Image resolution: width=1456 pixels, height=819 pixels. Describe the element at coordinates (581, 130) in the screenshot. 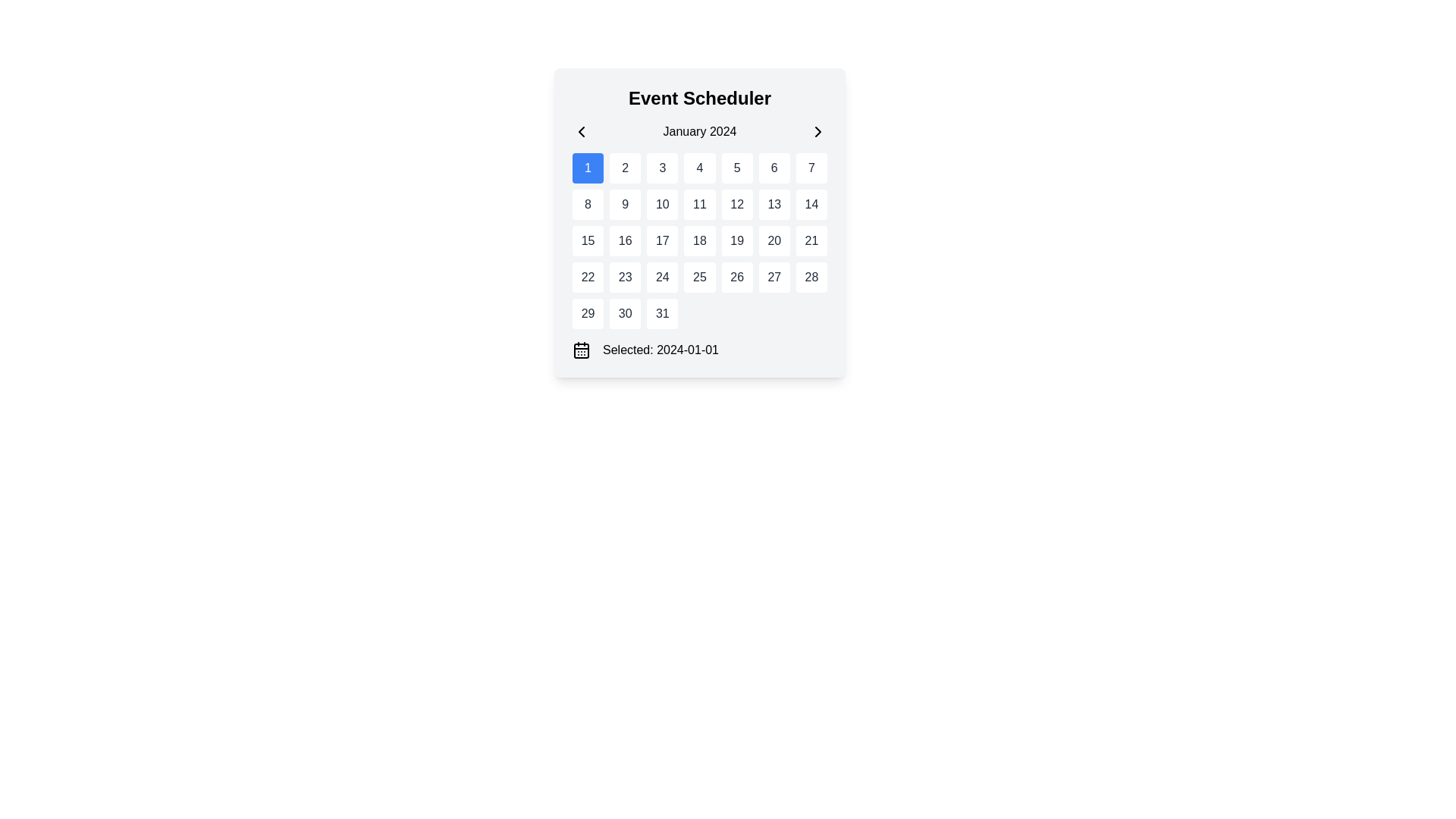

I see `the left-pointing arrow icon located at the top-left corner of the calendar interface` at that location.